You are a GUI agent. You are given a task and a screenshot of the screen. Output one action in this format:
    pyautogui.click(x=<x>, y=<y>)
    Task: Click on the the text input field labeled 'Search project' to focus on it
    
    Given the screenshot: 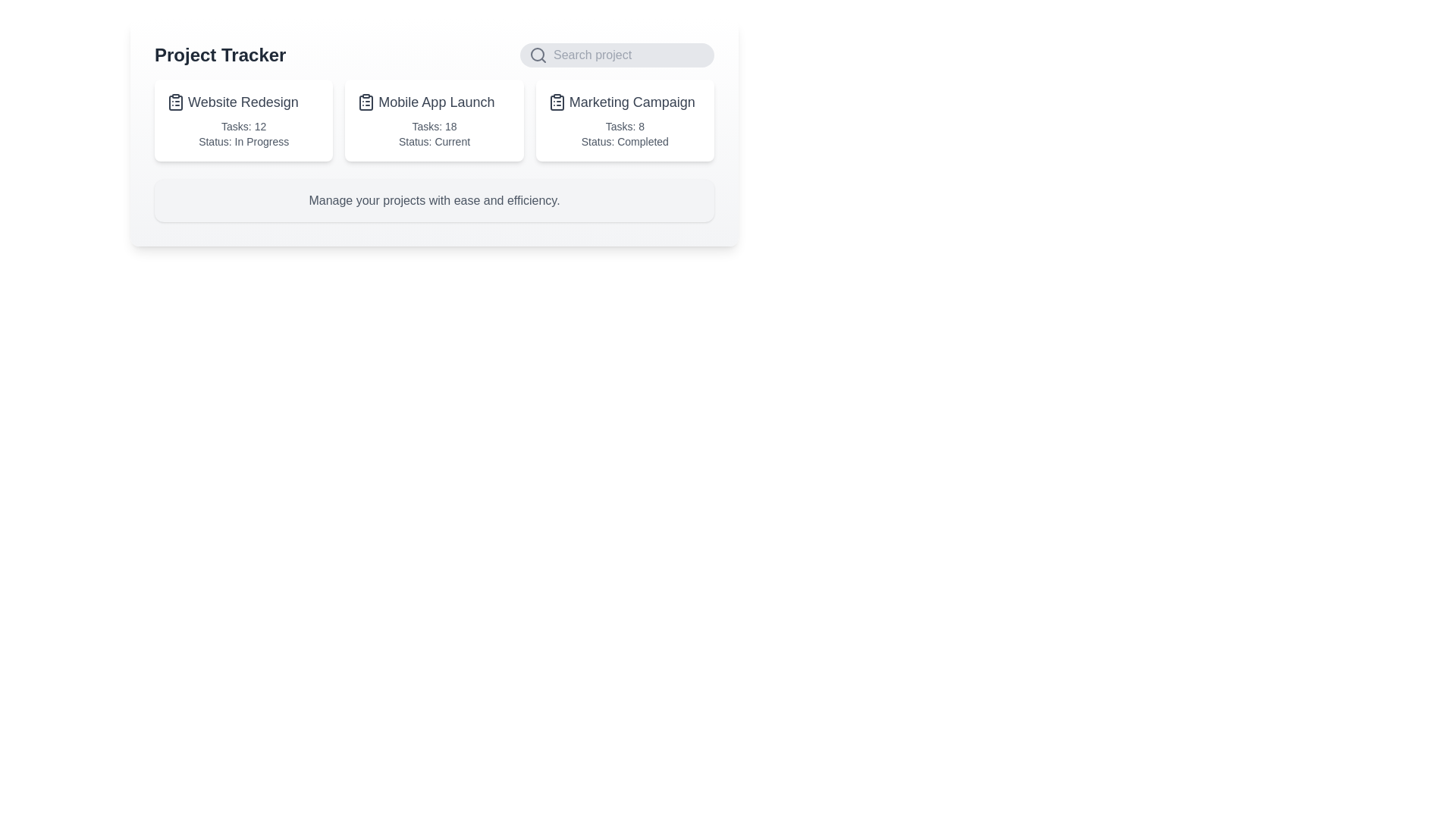 What is the action you would take?
    pyautogui.click(x=629, y=55)
    